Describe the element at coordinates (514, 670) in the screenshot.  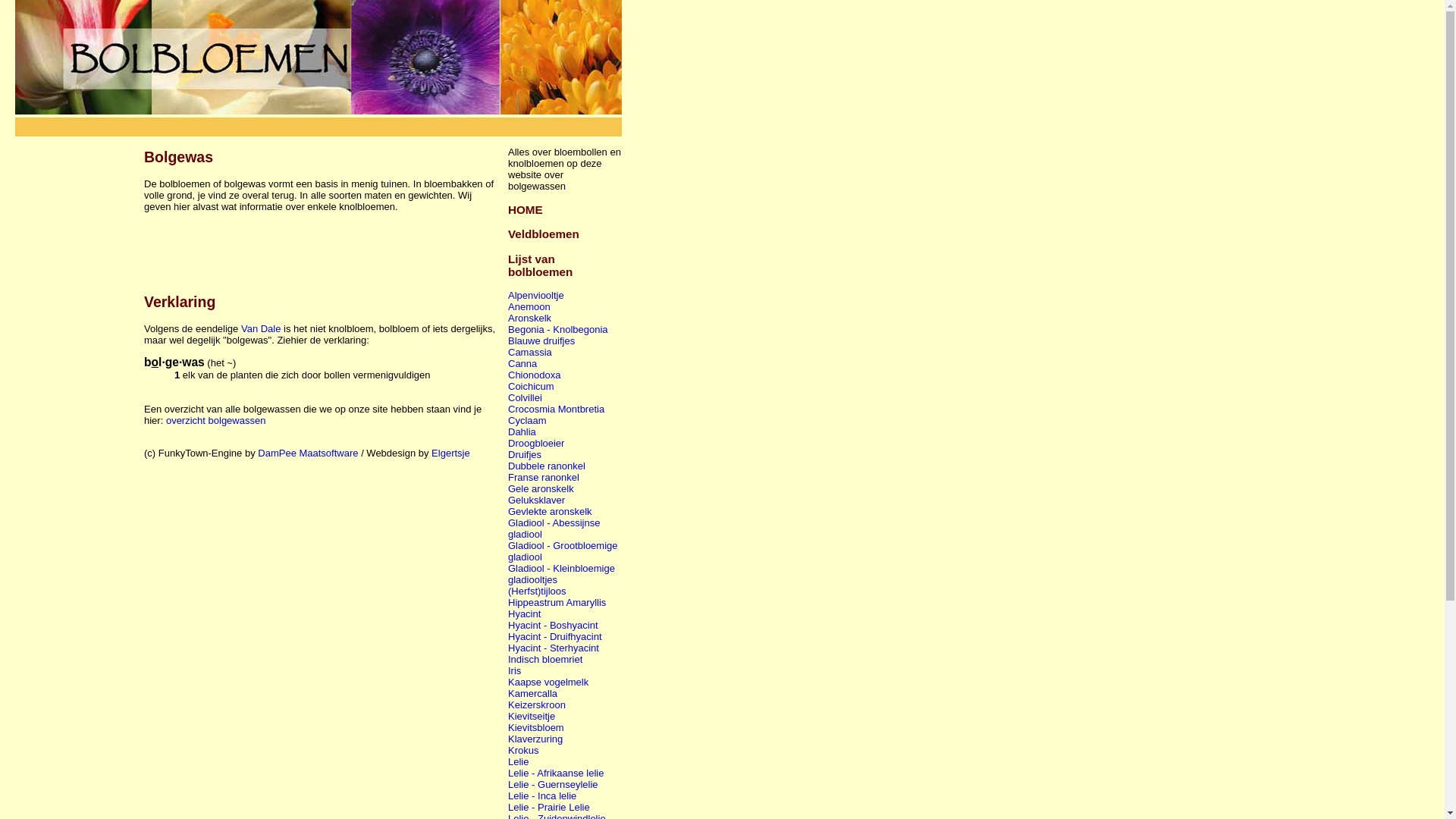
I see `'Iris'` at that location.